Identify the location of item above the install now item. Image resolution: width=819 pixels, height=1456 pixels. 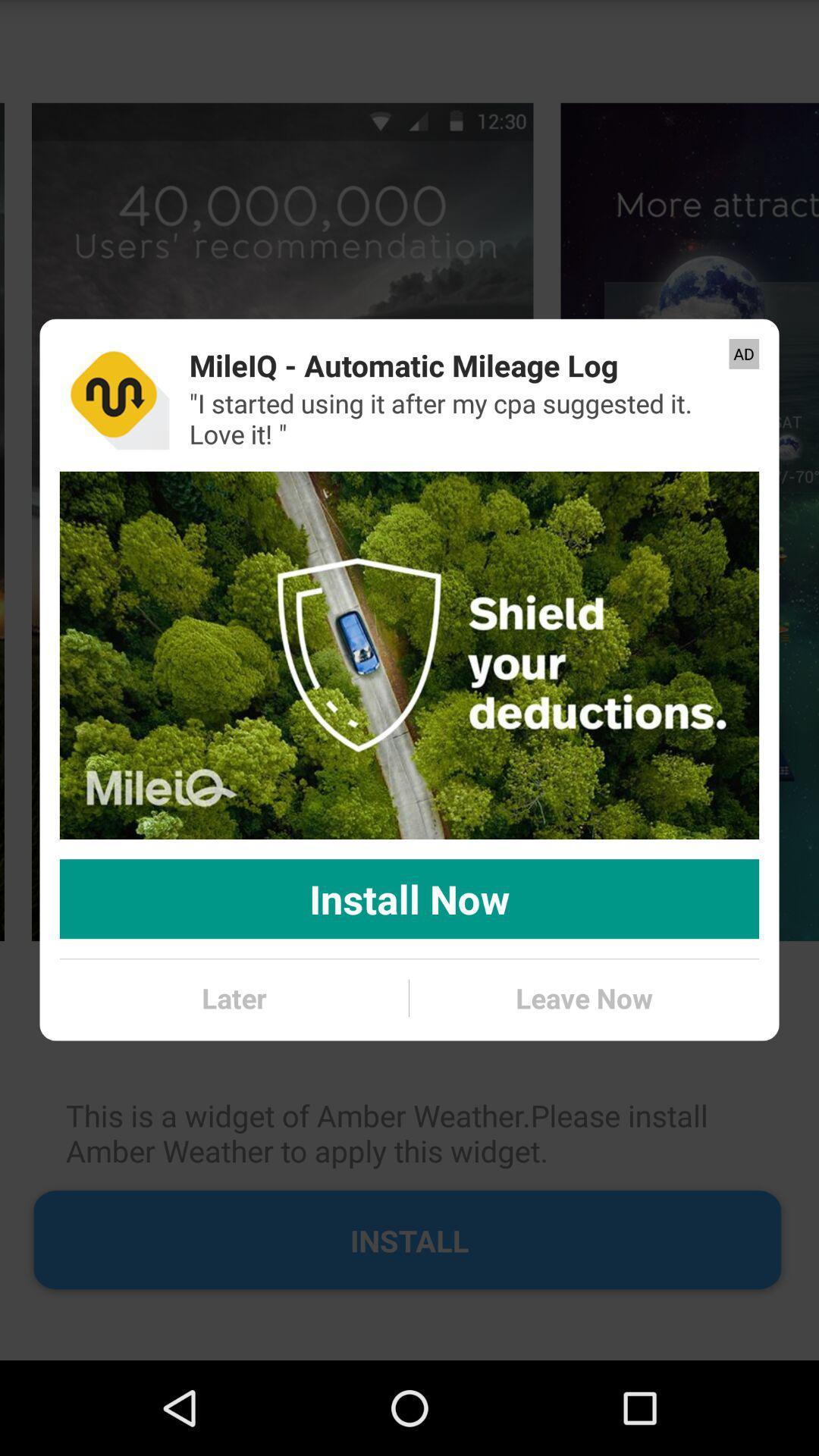
(409, 655).